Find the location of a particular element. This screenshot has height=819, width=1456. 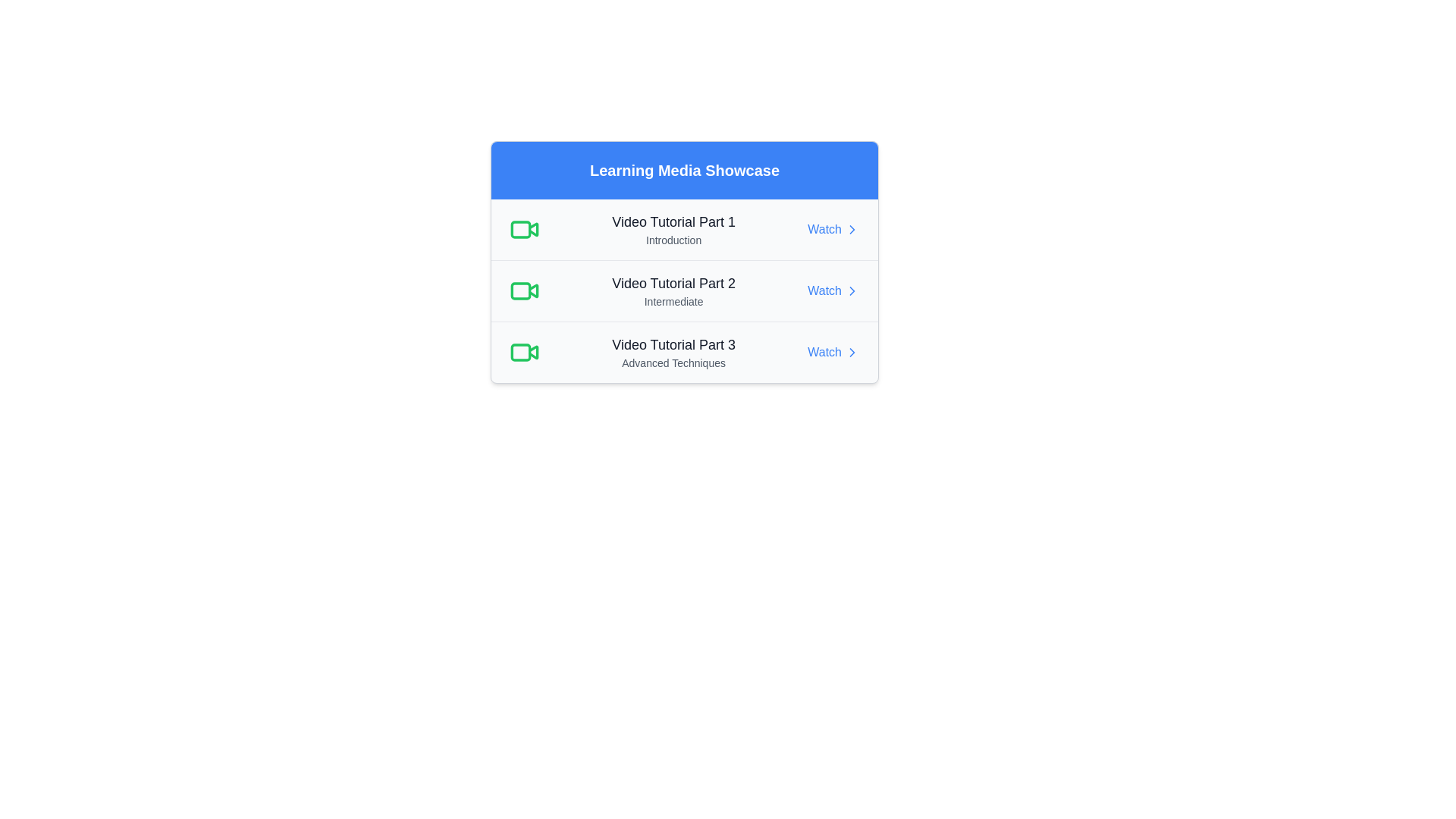

the inner rectangle of the green video recorder icon, which is the second in a vertical list of three under 'Learning Media Showcase' is located at coordinates (520, 291).